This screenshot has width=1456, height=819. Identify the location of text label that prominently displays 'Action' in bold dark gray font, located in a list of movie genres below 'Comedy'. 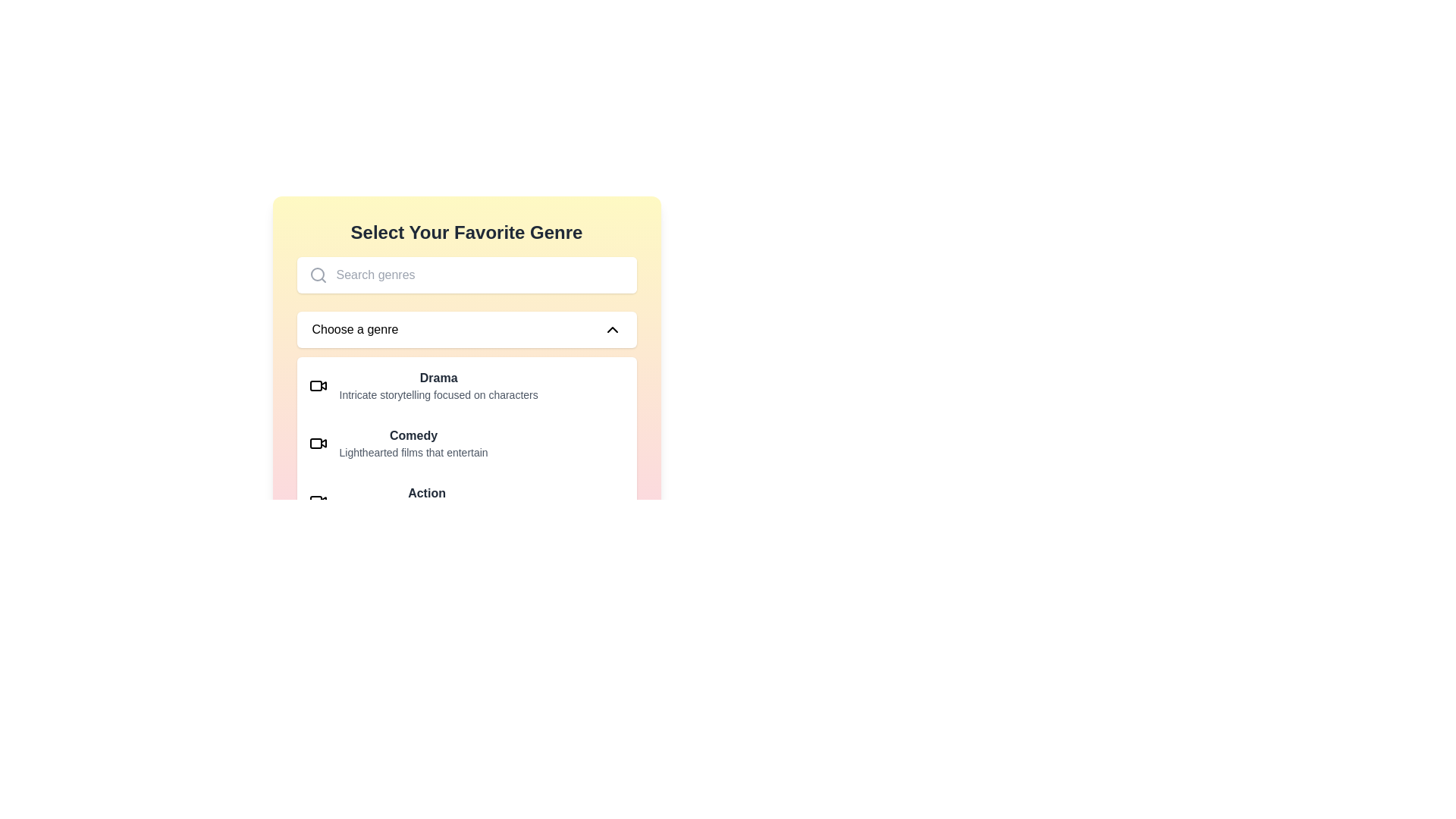
(426, 494).